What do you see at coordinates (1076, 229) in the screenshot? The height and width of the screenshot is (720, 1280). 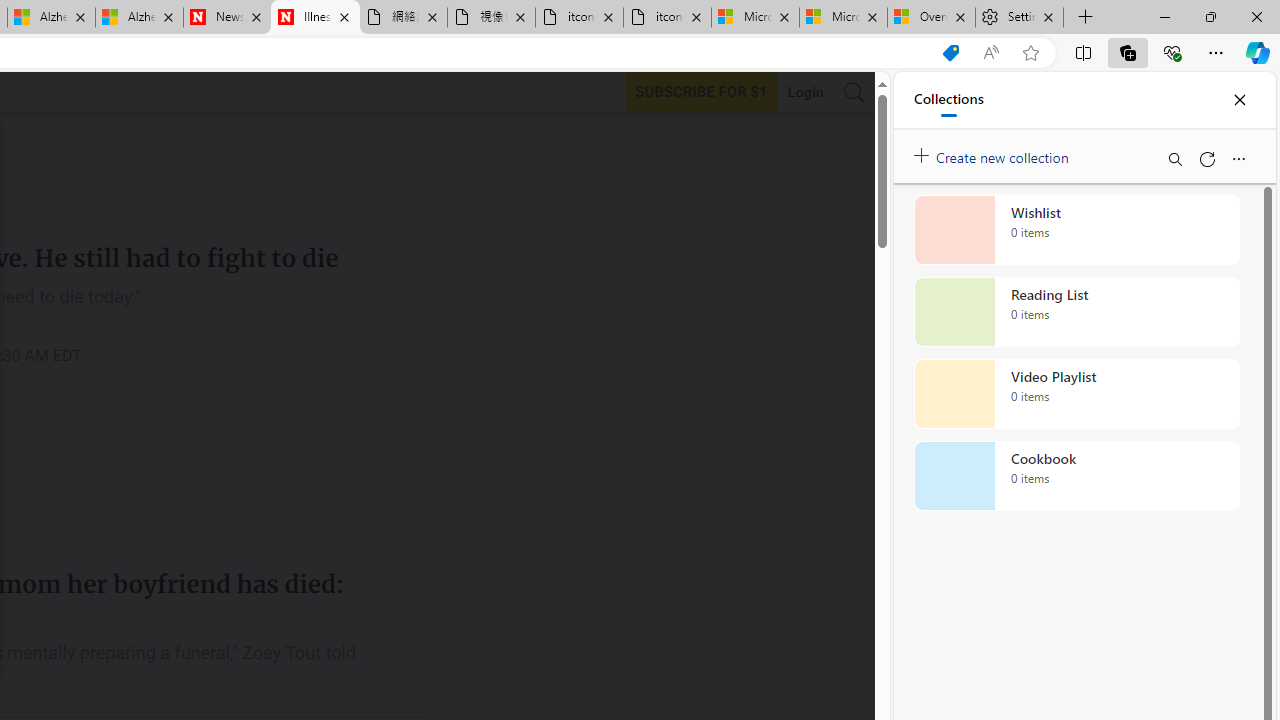 I see `'Wishlist collection, 0 items'` at bounding box center [1076, 229].